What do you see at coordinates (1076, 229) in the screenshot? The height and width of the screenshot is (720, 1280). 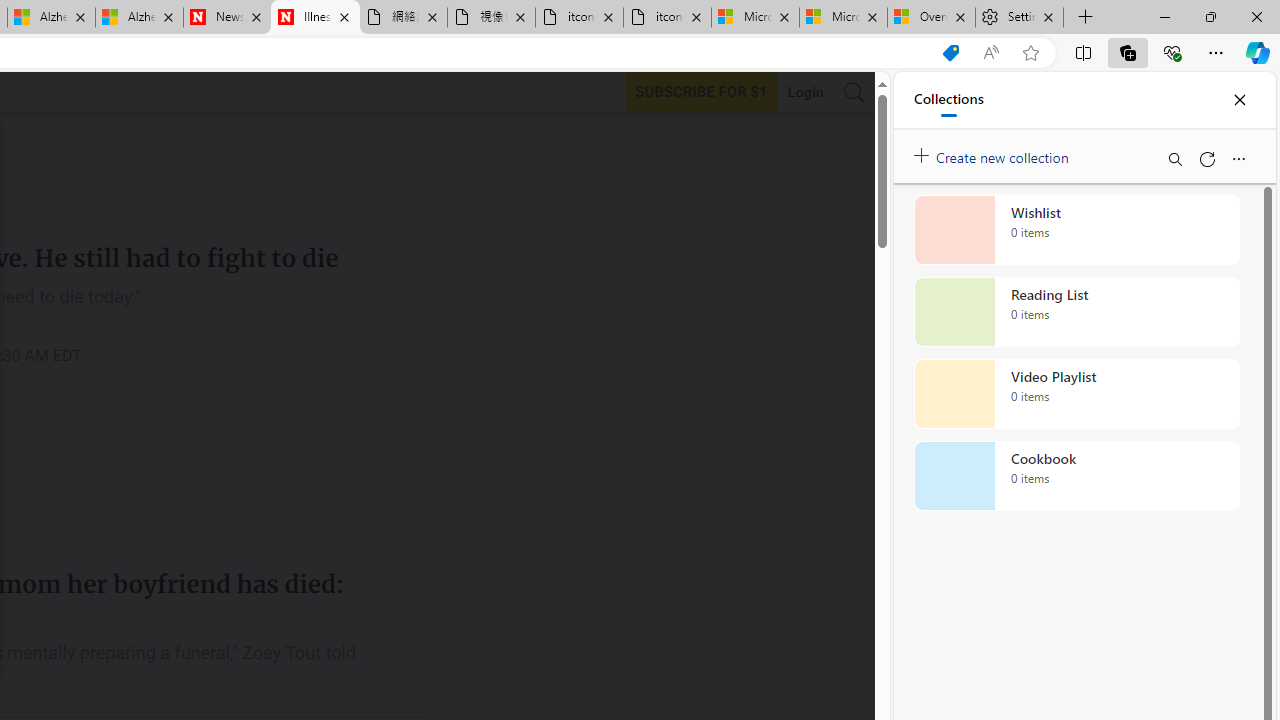 I see `'Wishlist collection, 0 items'` at bounding box center [1076, 229].